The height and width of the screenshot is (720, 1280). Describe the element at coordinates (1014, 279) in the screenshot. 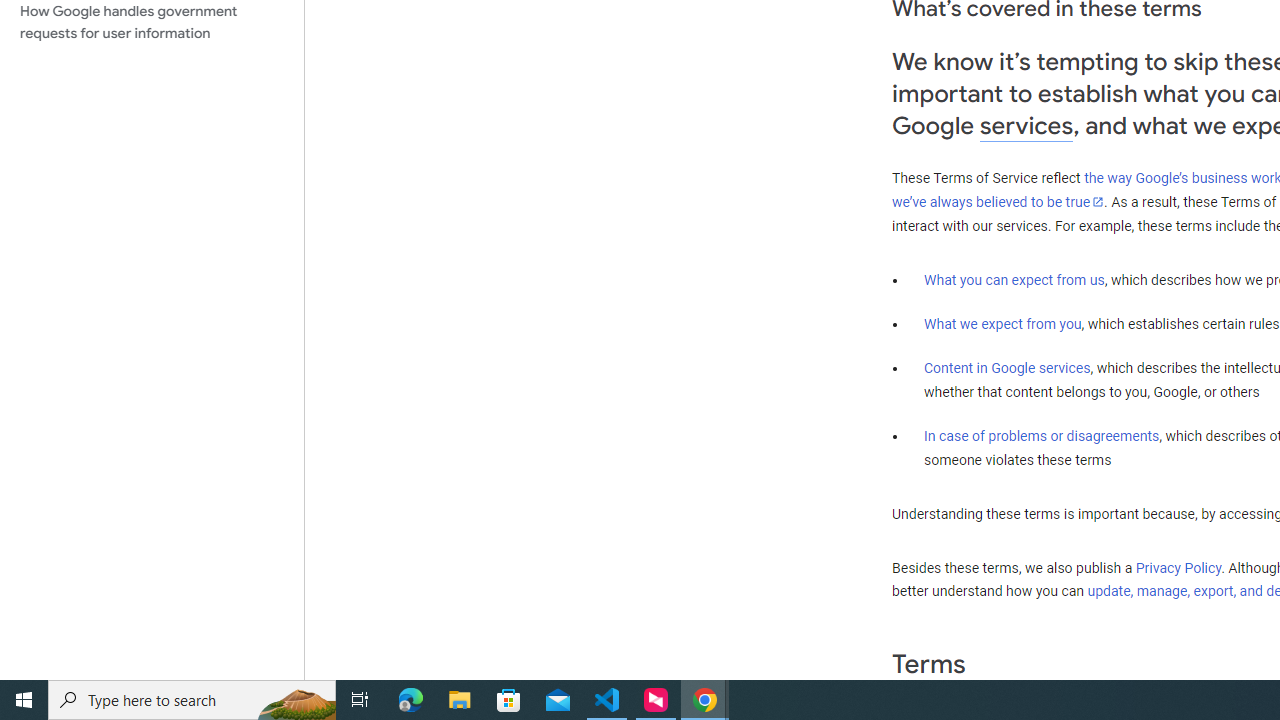

I see `'What you can expect from us'` at that location.